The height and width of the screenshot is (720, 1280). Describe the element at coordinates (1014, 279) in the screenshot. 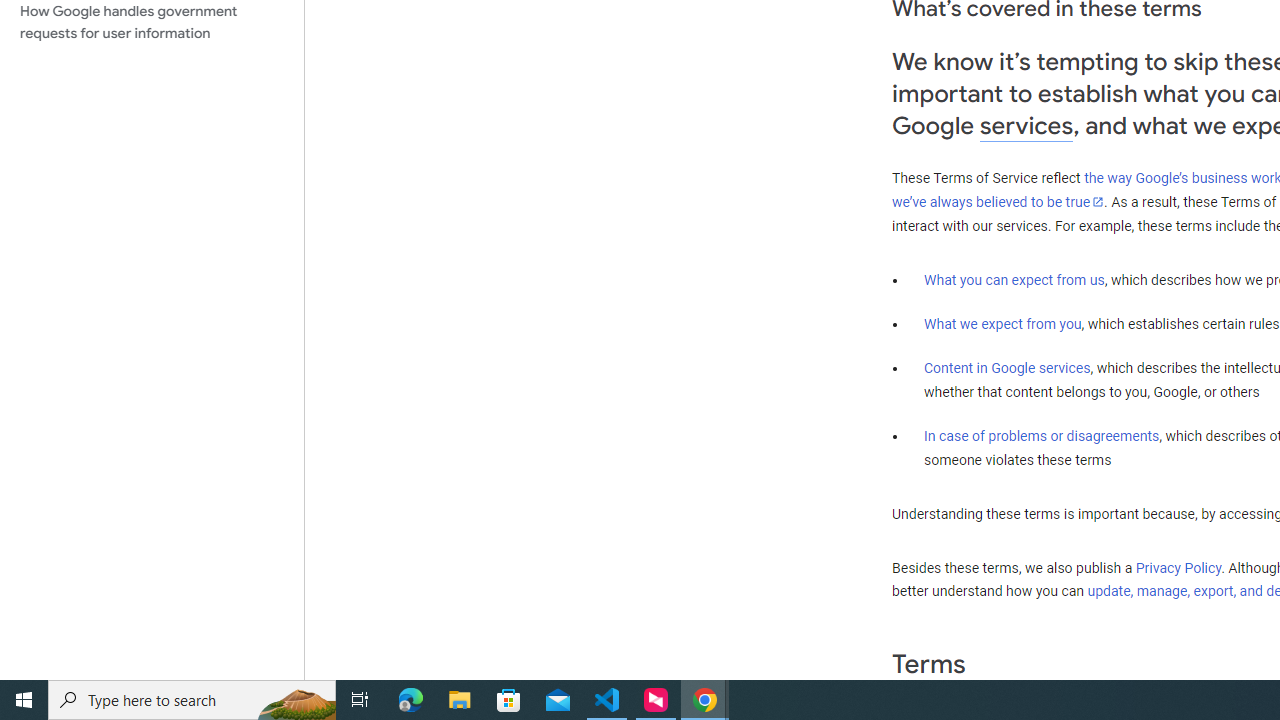

I see `'What you can expect from us'` at that location.